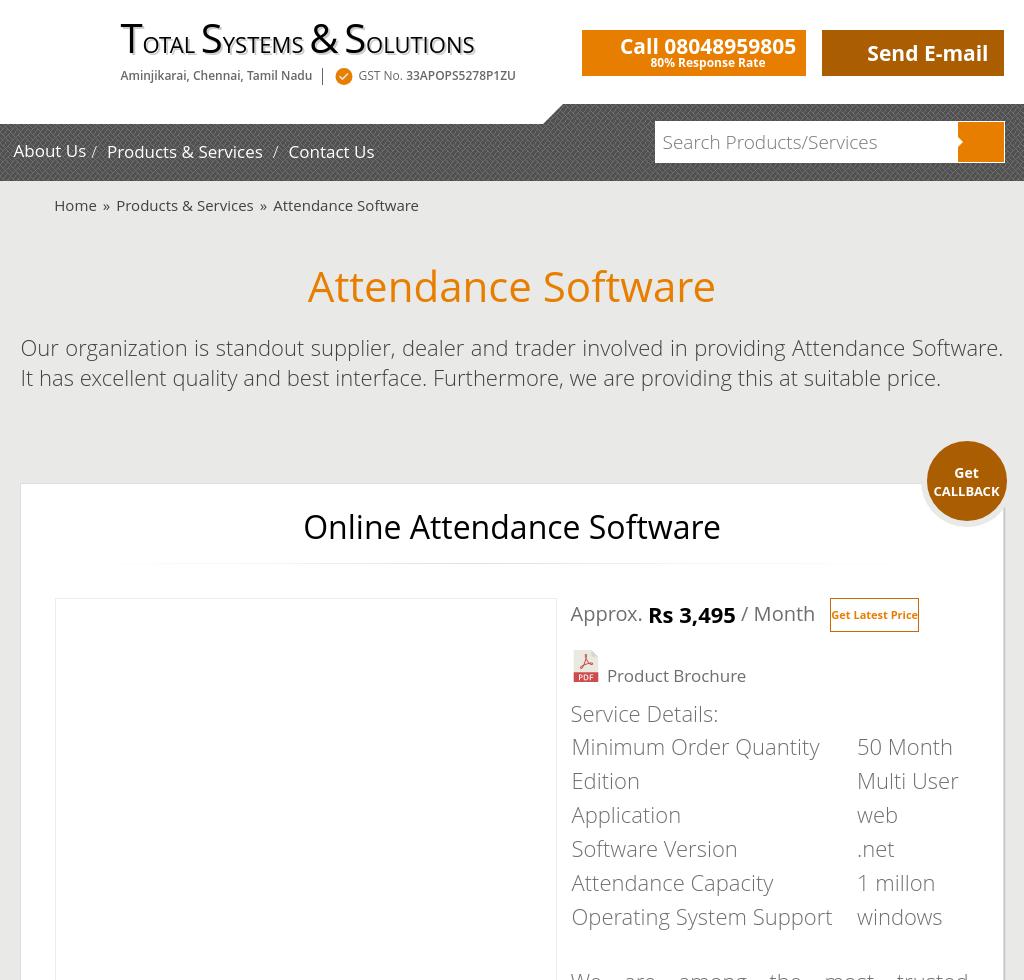 The image size is (1024, 980). I want to click on 'Edition', so click(604, 779).